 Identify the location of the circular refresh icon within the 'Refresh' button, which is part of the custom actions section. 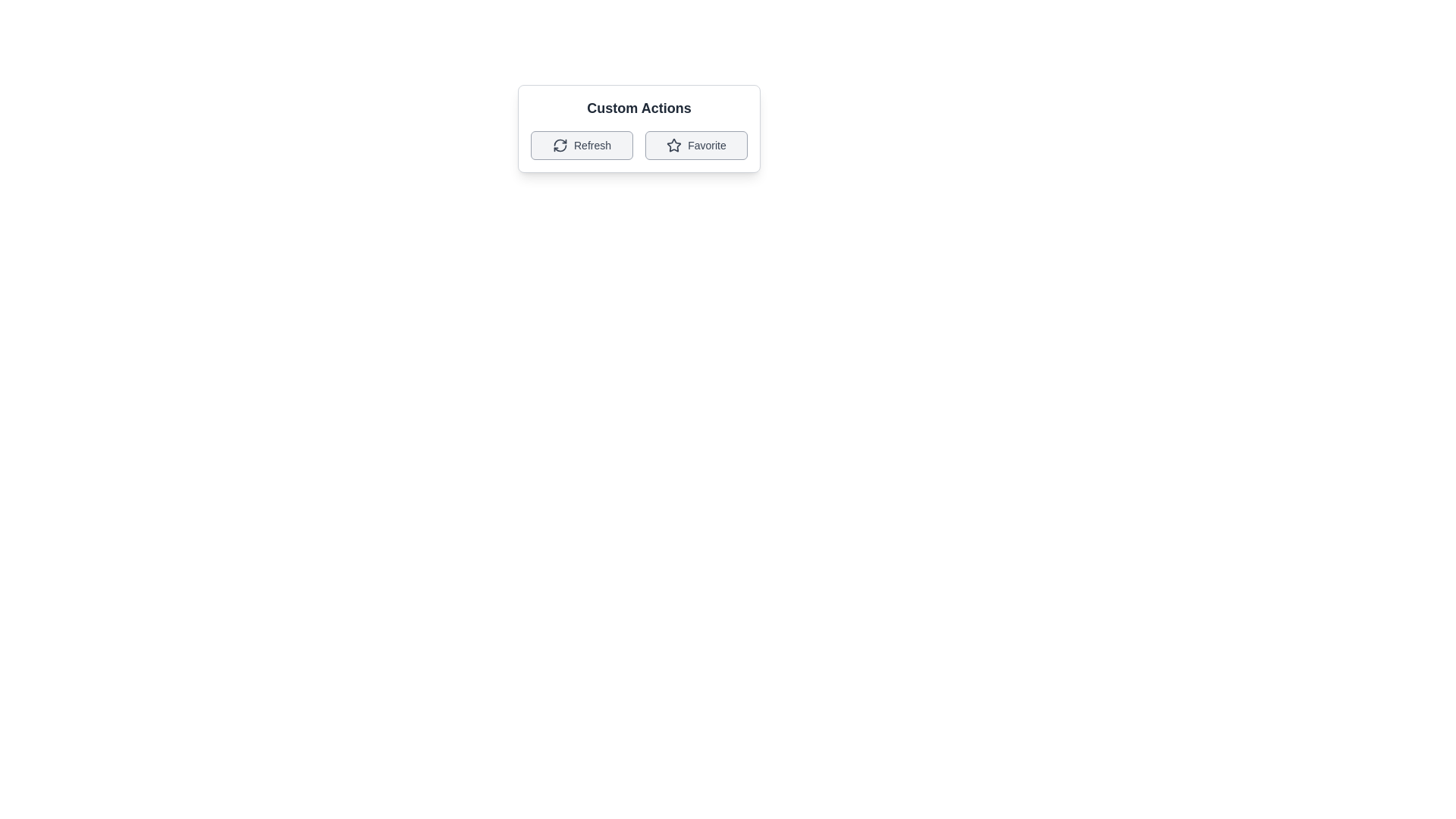
(560, 146).